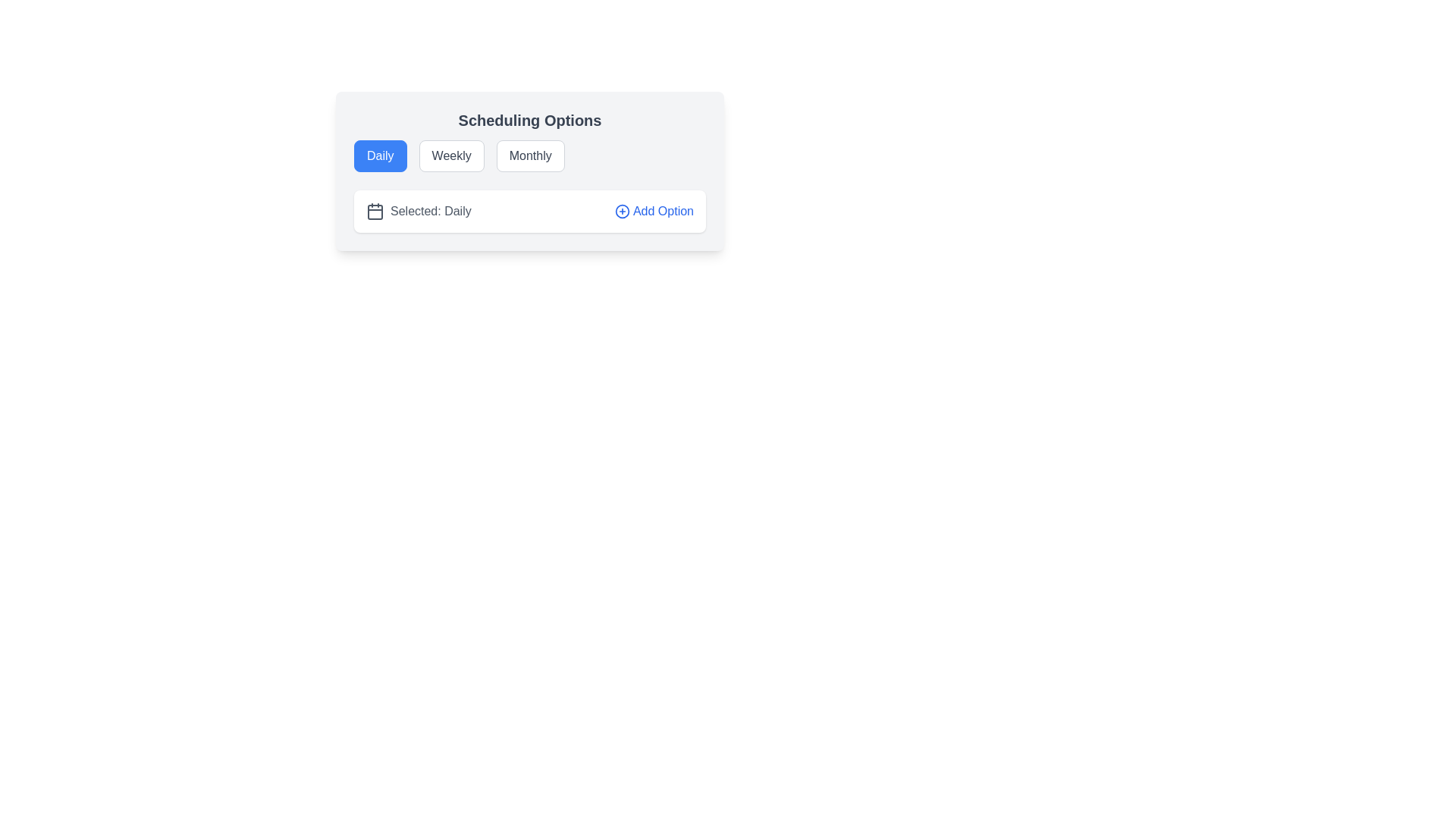  Describe the element at coordinates (375, 211) in the screenshot. I see `the icon located to the left of the 'Selected: Daily' text, which serves as a visual indicator for scheduling options` at that location.